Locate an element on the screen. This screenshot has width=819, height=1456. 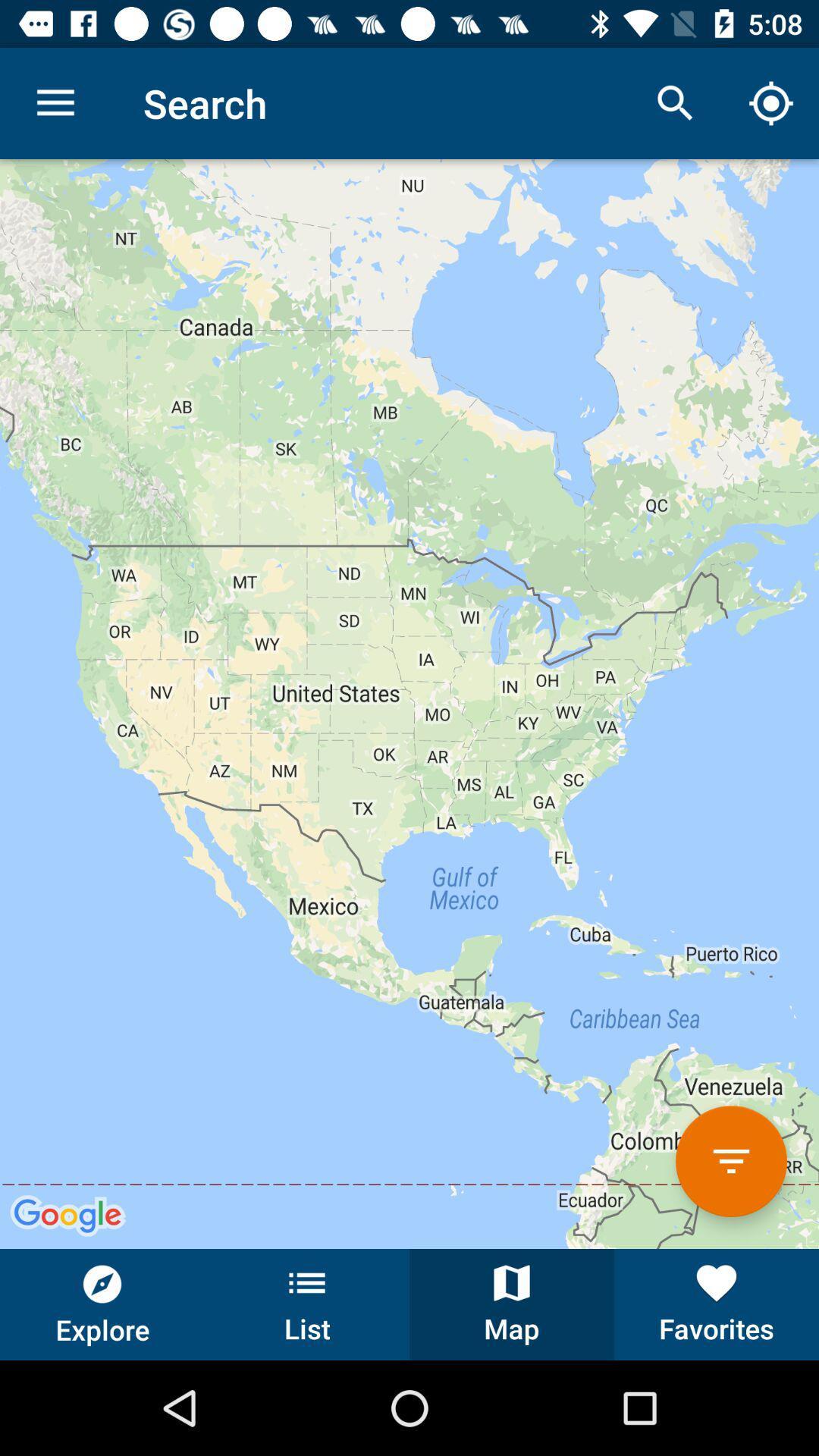
the icon next to explore item is located at coordinates (307, 1304).